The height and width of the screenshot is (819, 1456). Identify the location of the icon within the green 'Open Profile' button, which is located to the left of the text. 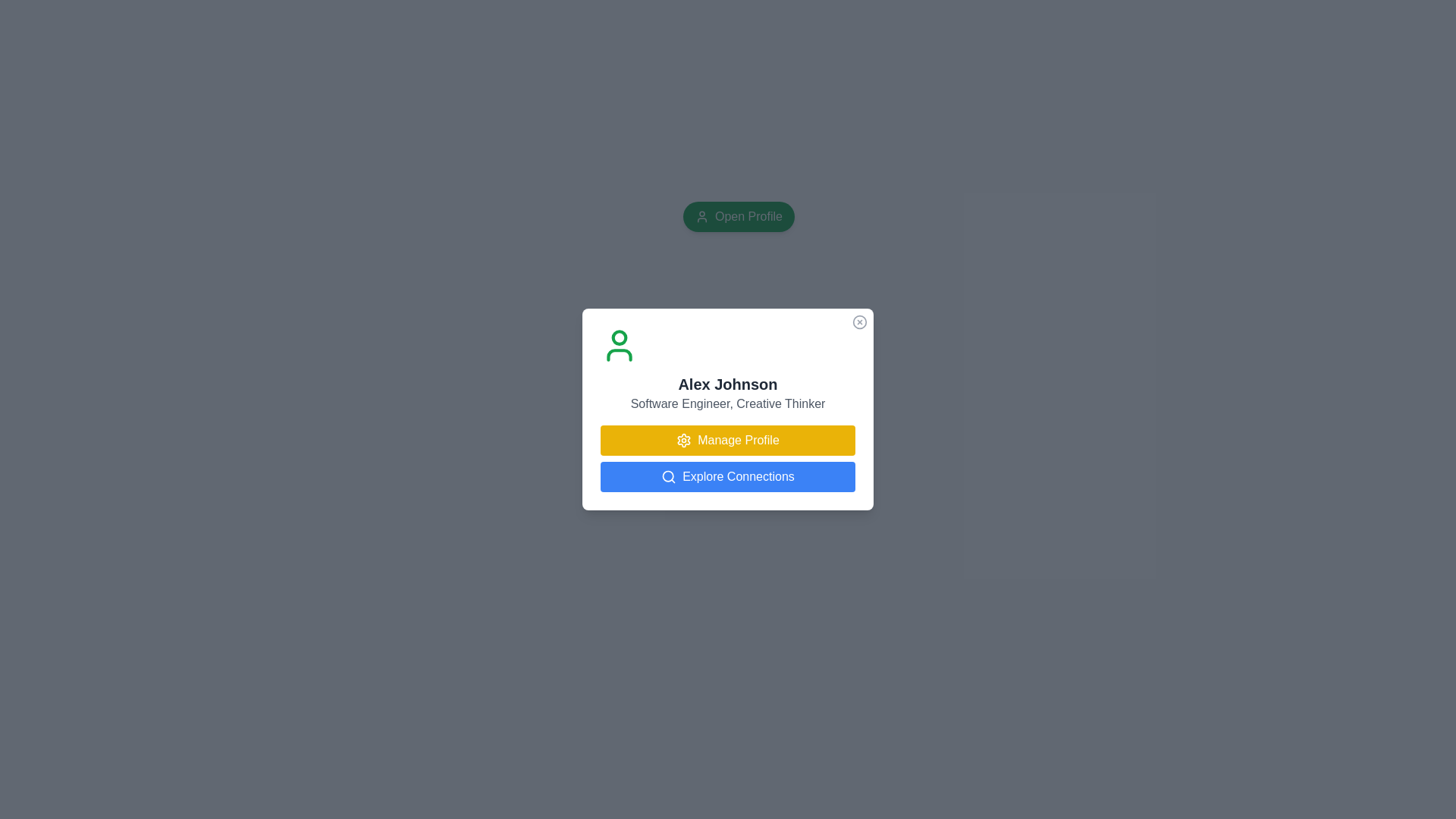
(701, 216).